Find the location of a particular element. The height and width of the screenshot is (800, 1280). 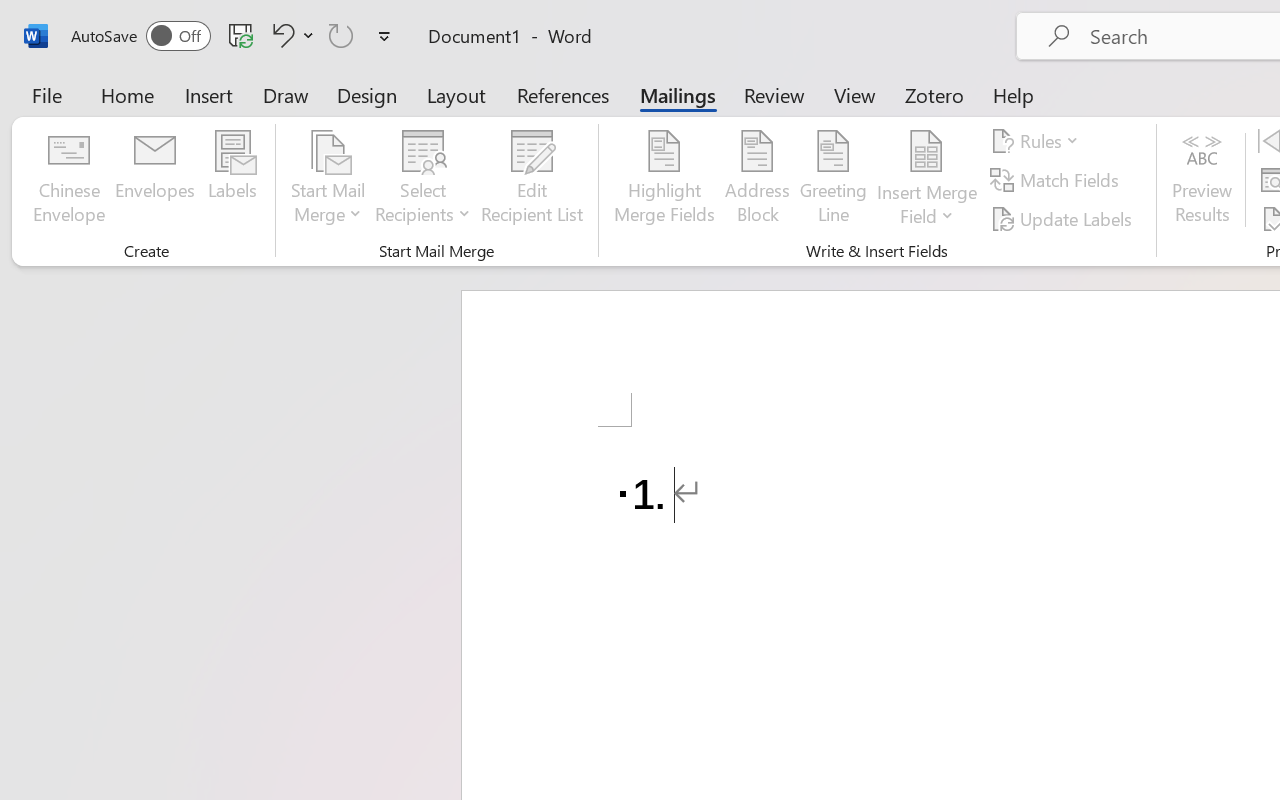

'Insert Merge Field' is located at coordinates (926, 179).